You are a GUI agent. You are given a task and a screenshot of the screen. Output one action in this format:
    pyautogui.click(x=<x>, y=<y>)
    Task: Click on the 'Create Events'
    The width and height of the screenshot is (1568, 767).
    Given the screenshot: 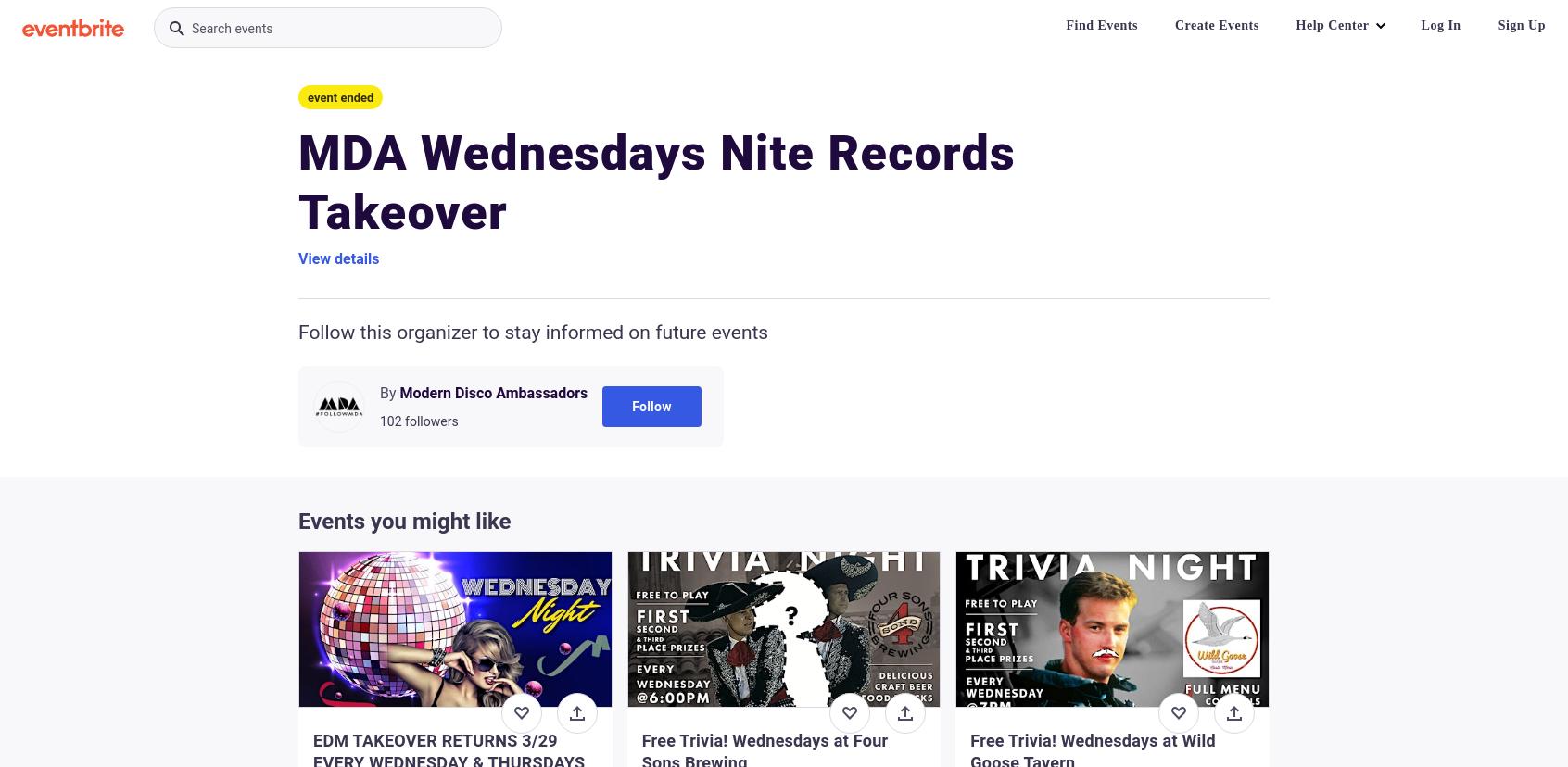 What is the action you would take?
    pyautogui.click(x=1215, y=25)
    